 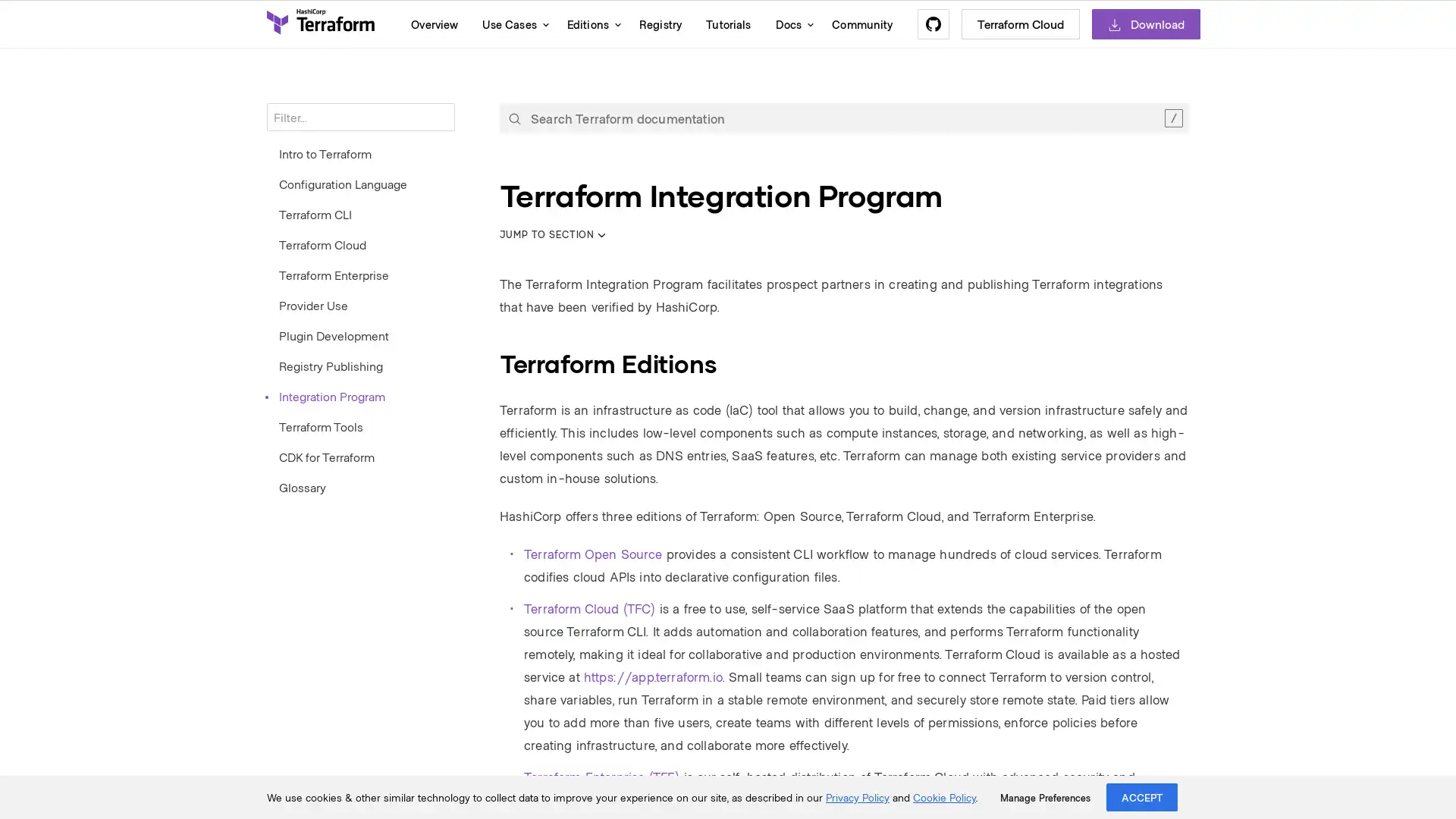 I want to click on Manage Preferences, so click(x=1044, y=797).